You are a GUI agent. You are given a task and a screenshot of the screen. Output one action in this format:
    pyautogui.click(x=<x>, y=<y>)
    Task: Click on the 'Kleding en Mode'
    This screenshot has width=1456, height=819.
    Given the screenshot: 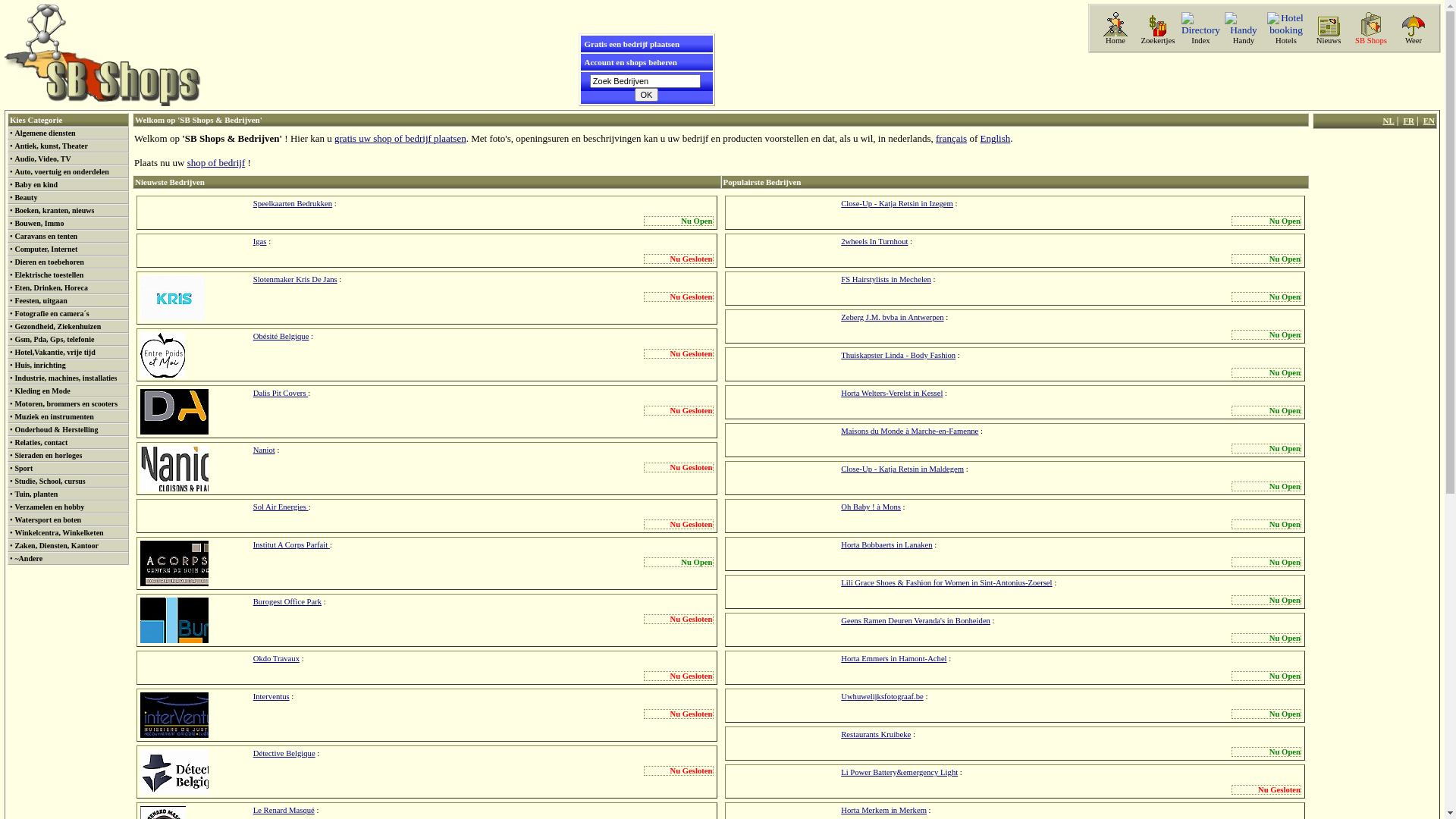 What is the action you would take?
    pyautogui.click(x=14, y=390)
    